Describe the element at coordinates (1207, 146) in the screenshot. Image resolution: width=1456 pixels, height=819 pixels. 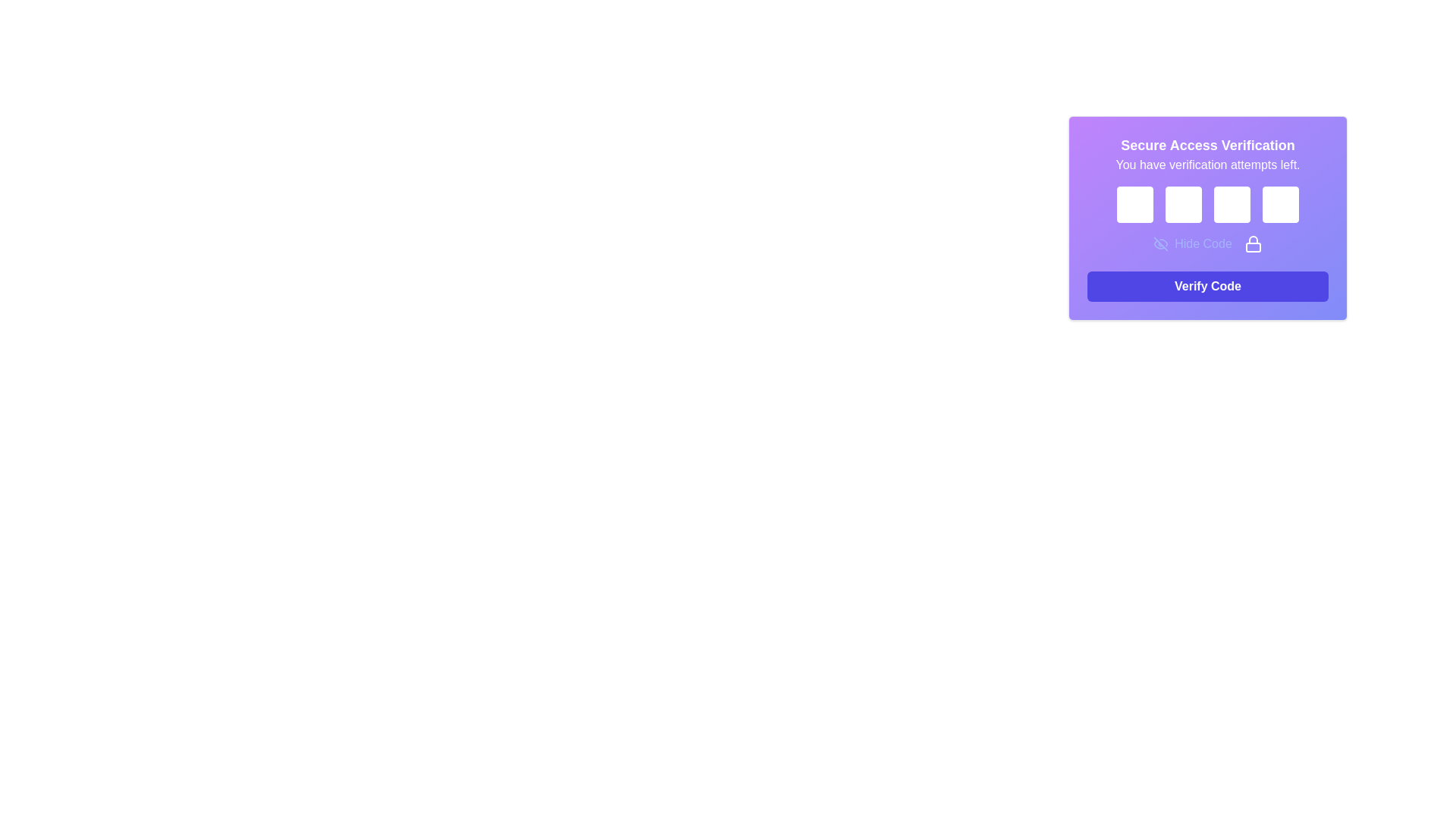
I see `the bold title text label 'Secure Access Verification' located at the top of a purple gradient background UI card` at that location.